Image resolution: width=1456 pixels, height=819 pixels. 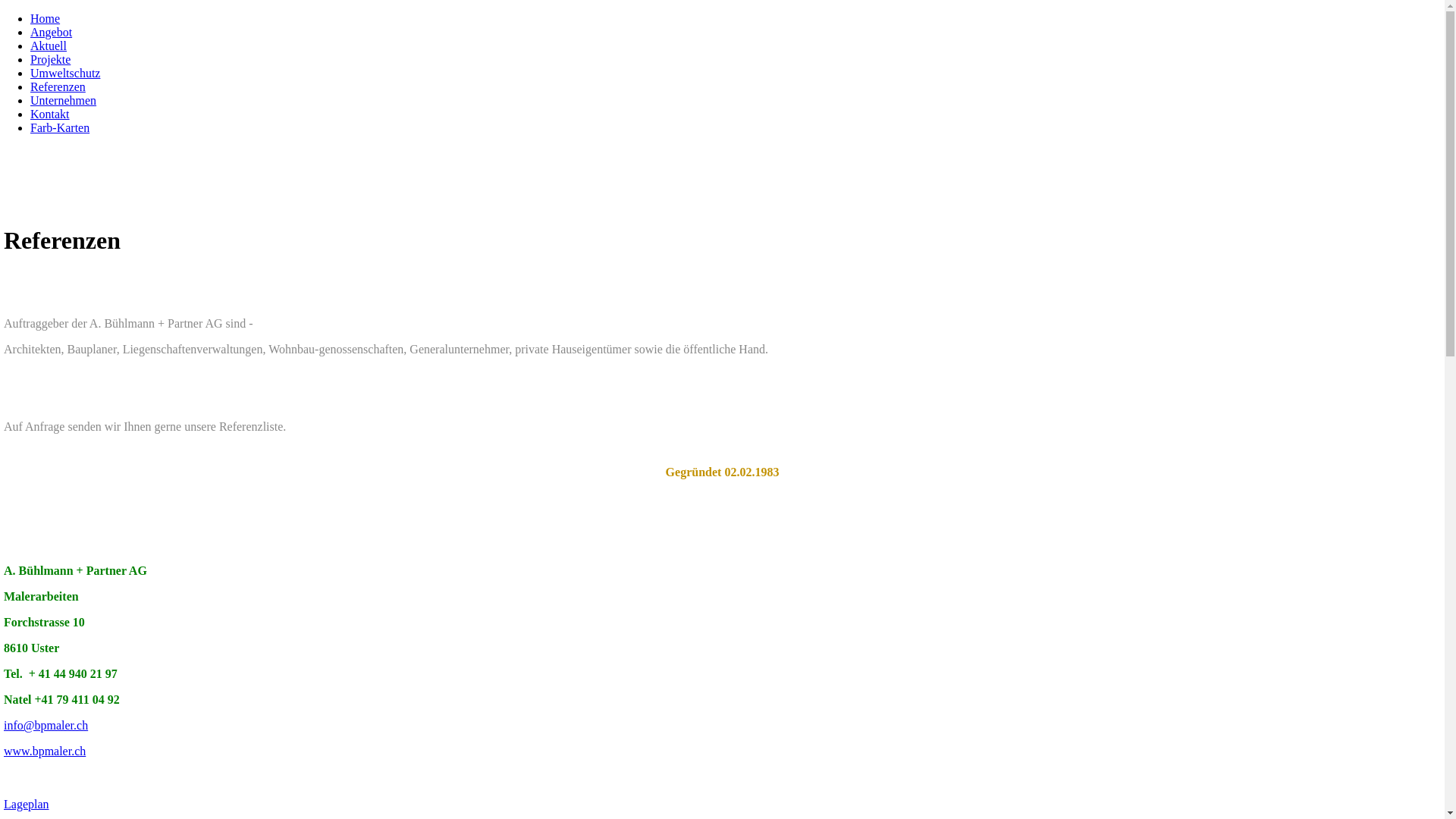 What do you see at coordinates (30, 45) in the screenshot?
I see `'Aktuell'` at bounding box center [30, 45].